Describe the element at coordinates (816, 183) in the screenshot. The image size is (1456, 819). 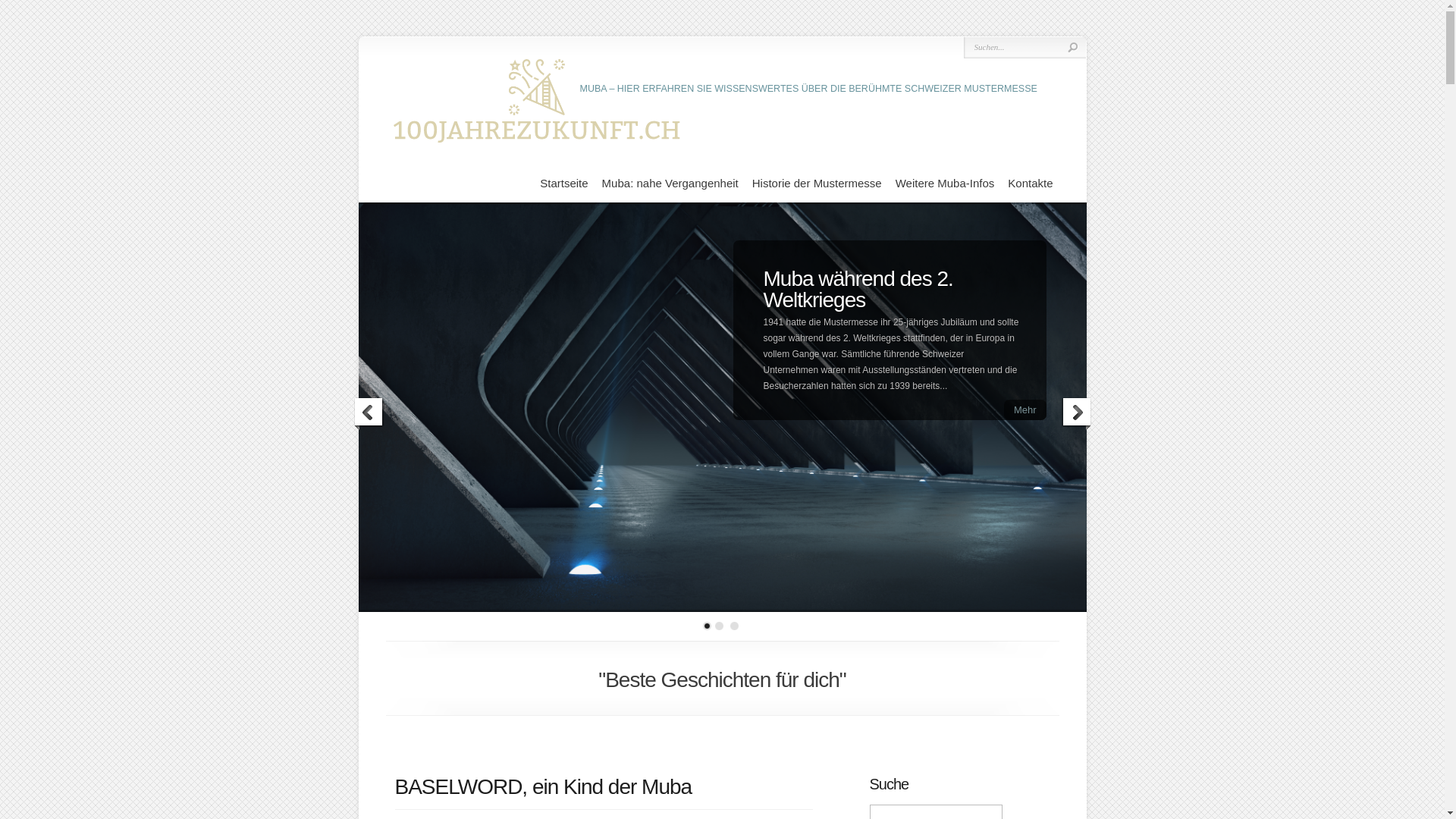
I see `'Historie der Mustermesse'` at that location.